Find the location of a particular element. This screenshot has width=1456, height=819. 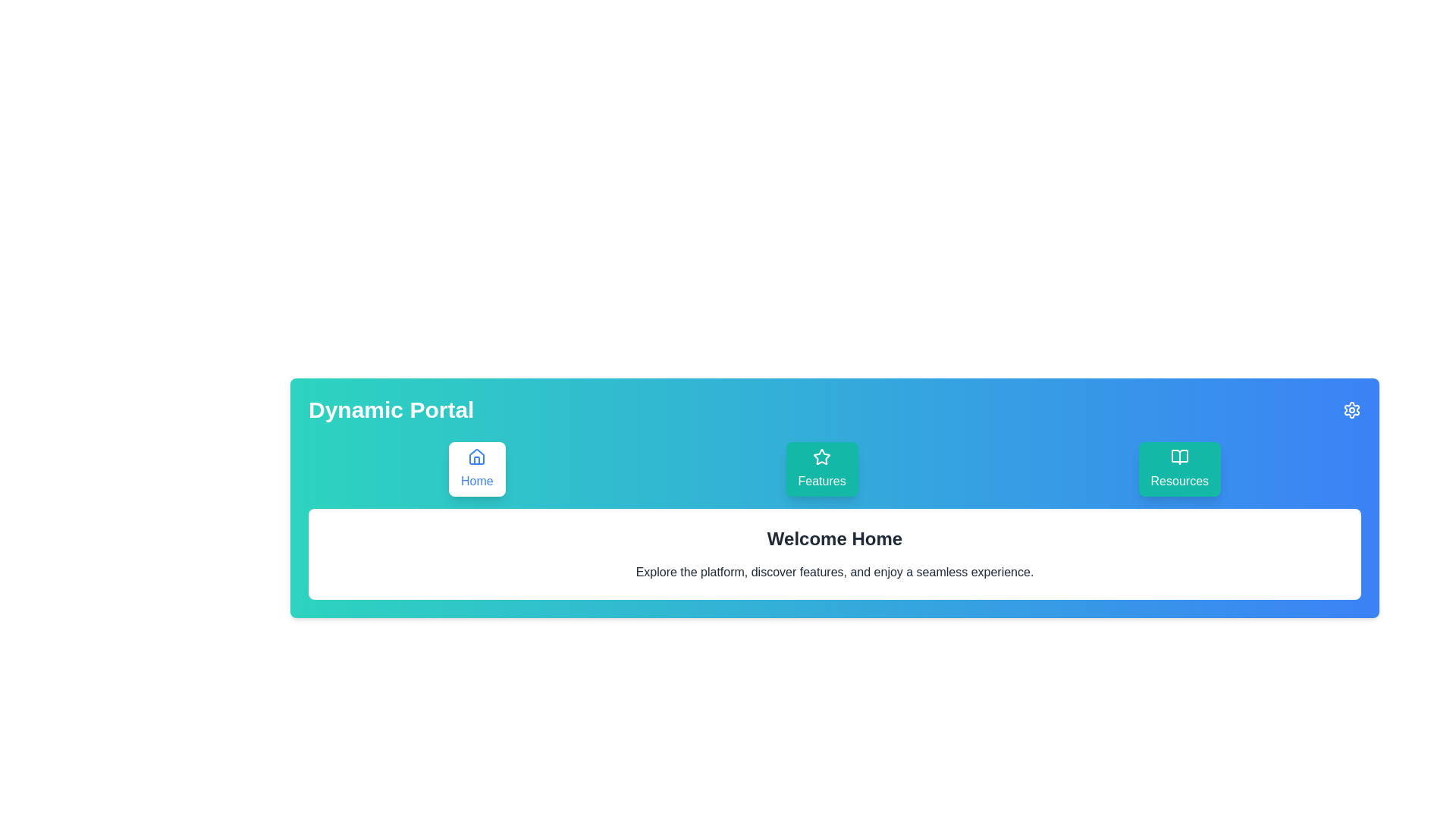

the second button in the horizontally-aligned button group located in the 'Dynamic Portal' section is located at coordinates (833, 468).